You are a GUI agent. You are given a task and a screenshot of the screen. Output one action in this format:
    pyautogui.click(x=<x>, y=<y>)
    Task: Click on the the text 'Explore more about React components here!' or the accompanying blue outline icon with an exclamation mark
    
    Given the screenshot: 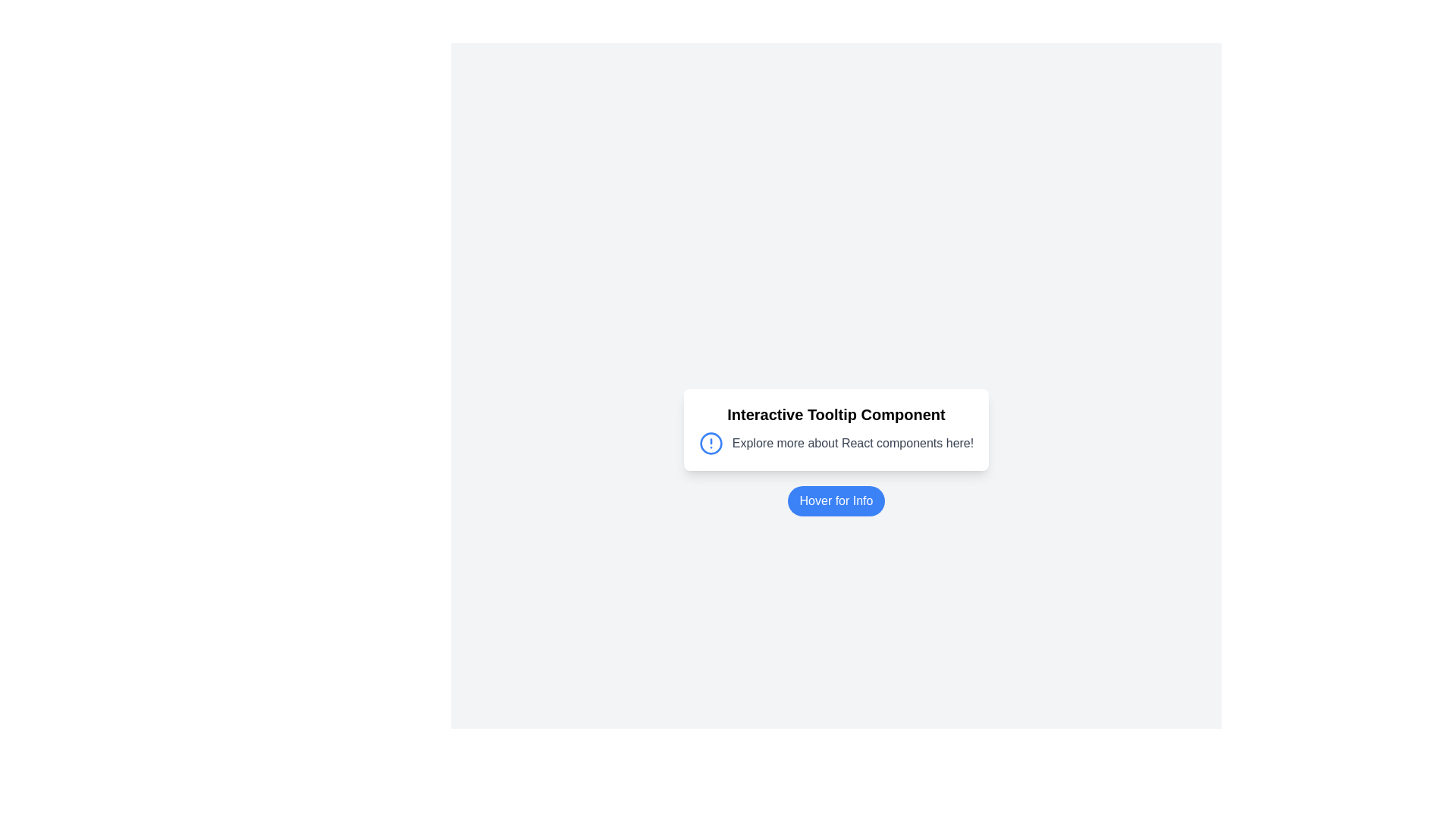 What is the action you would take?
    pyautogui.click(x=836, y=444)
    